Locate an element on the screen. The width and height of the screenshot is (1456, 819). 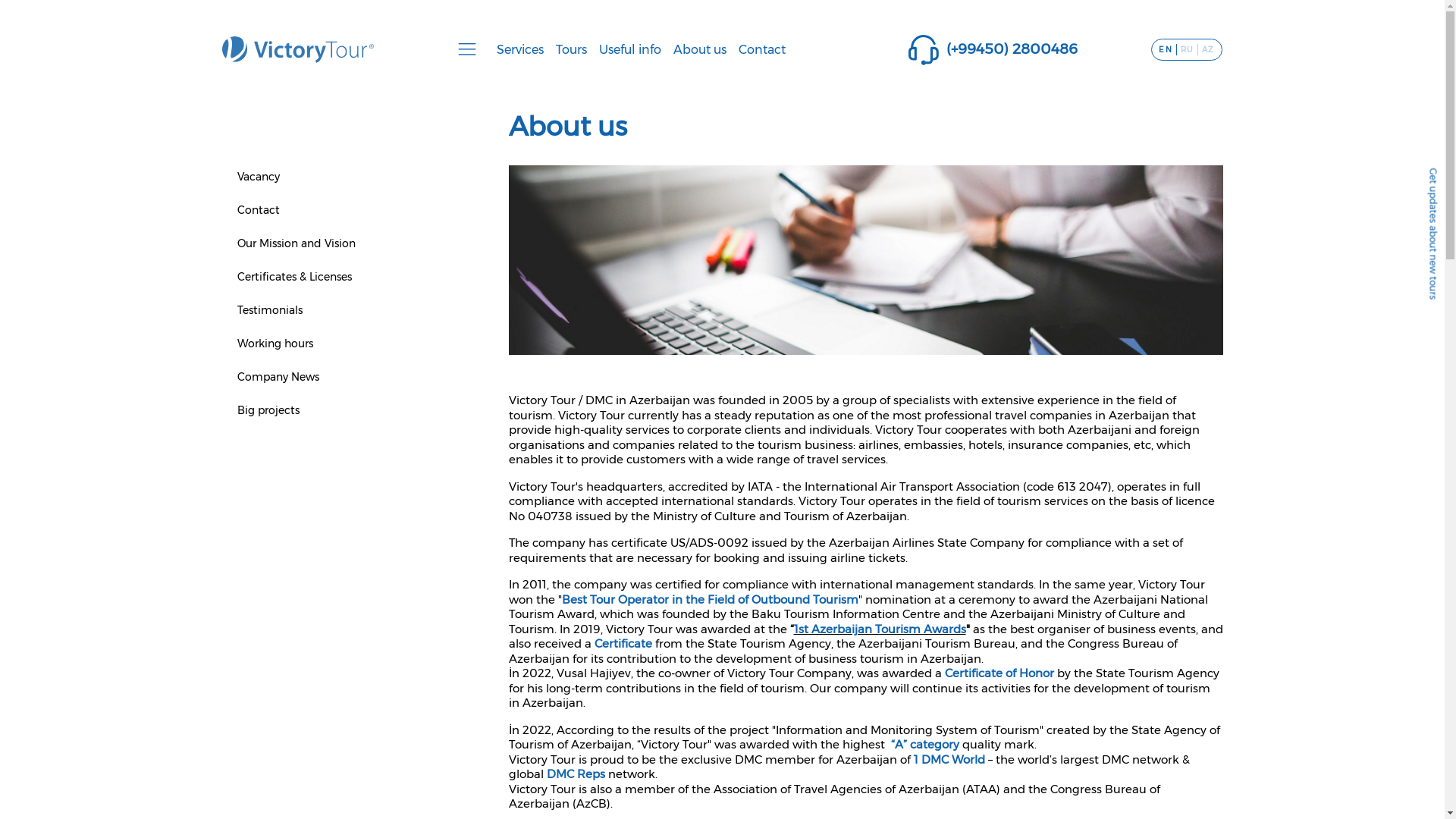
'Working hours' is located at coordinates (274, 343).